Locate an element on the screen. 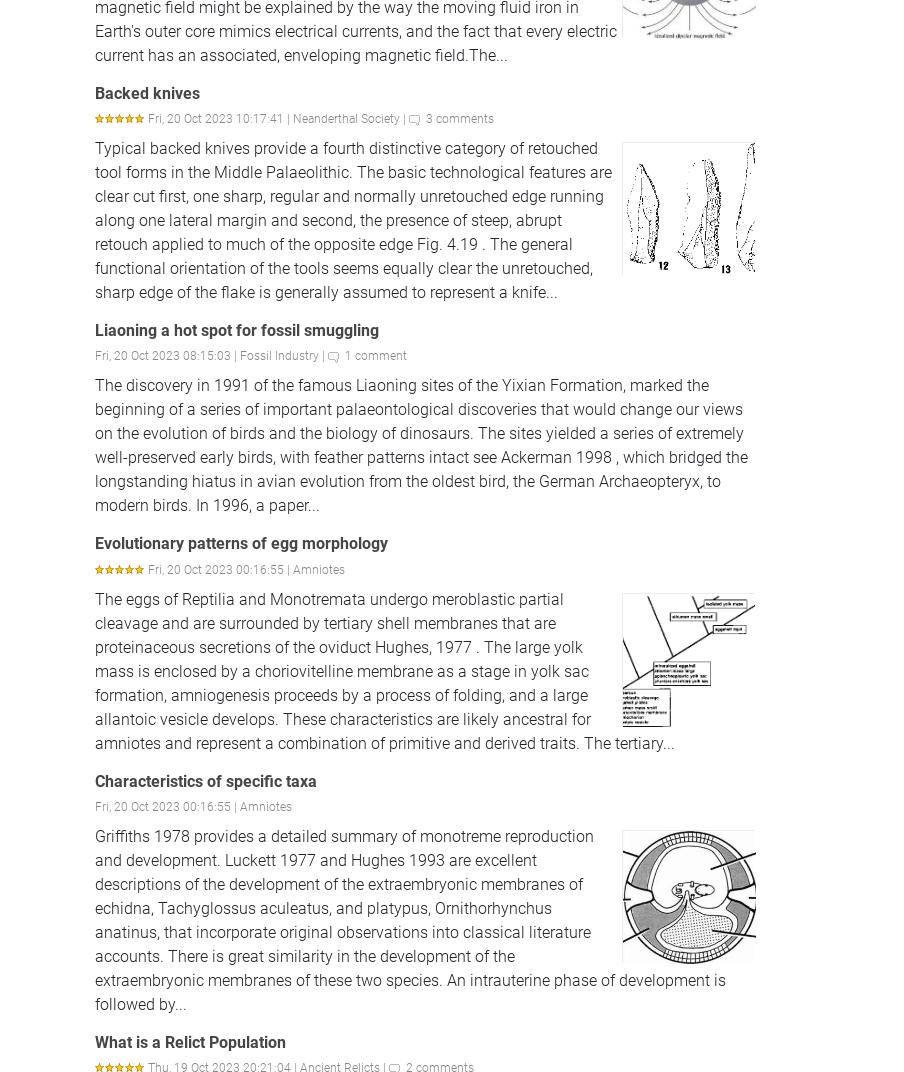 The image size is (904, 1072). '1 comment' is located at coordinates (374, 356).